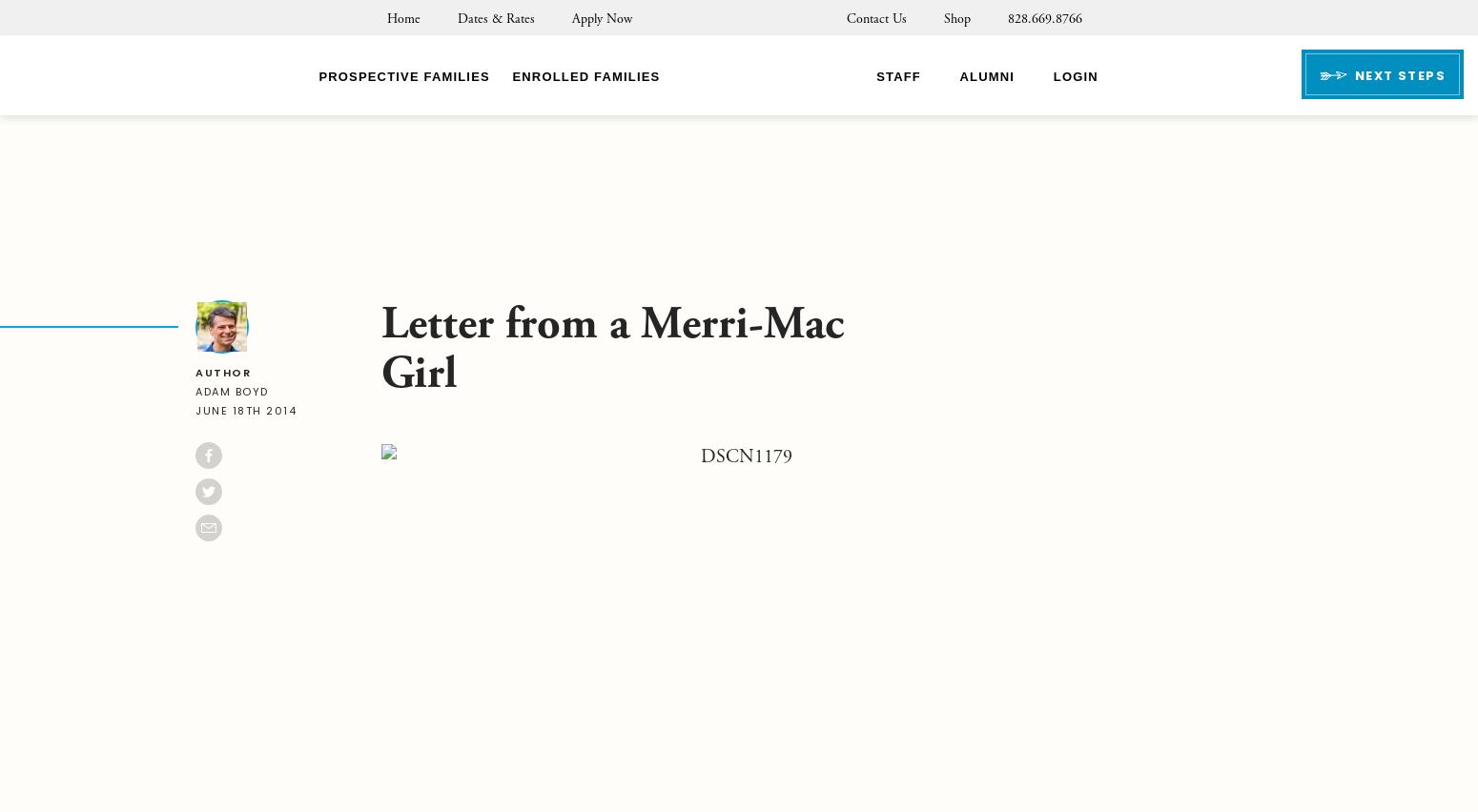 The width and height of the screenshot is (1478, 812). What do you see at coordinates (600, 18) in the screenshot?
I see `'Apply Now'` at bounding box center [600, 18].